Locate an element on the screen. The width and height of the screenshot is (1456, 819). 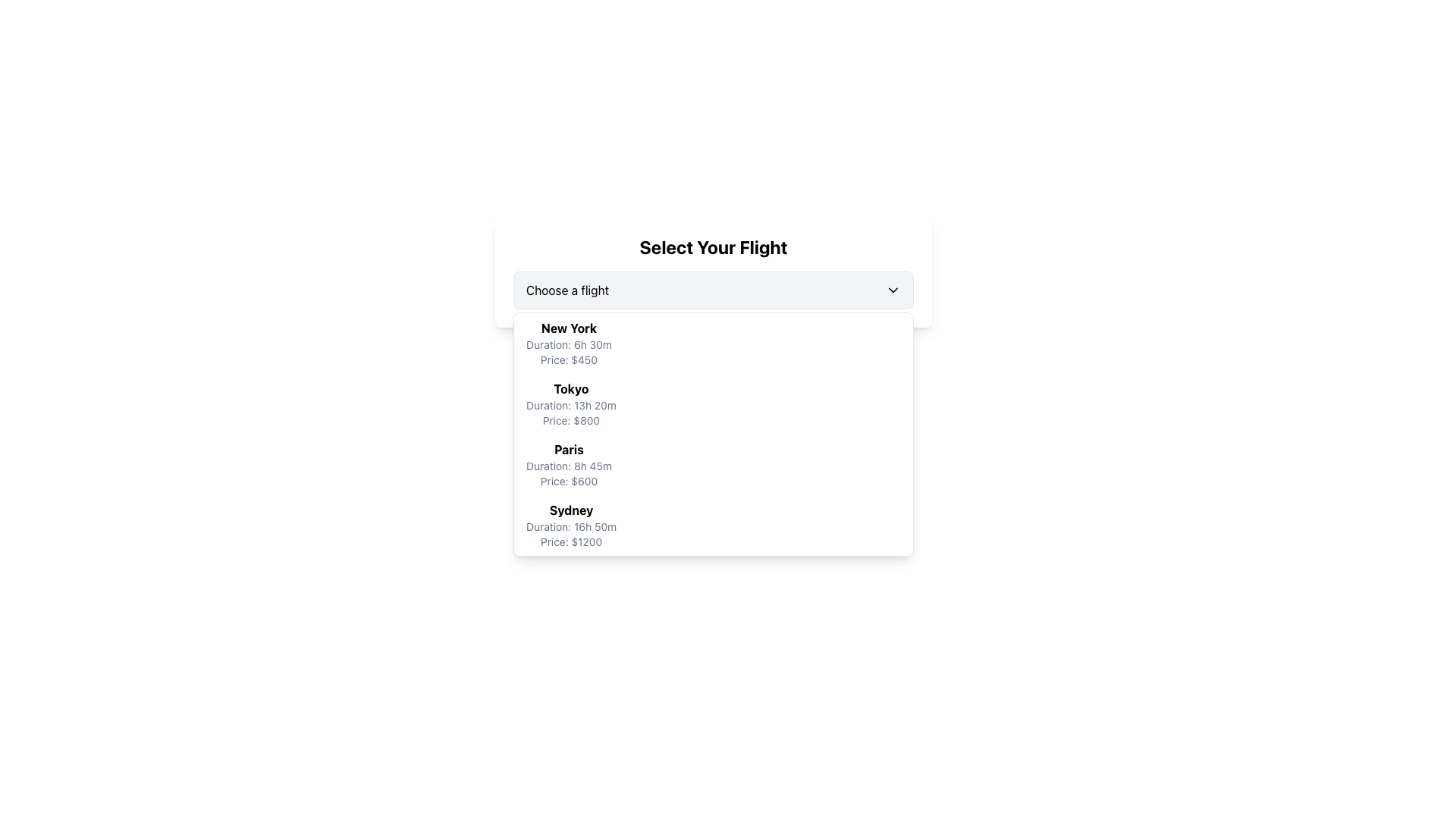
price information displayed in the text label showing 'Price: $450' under the flight duration in the dropdown list for the 'New York' flight option is located at coordinates (568, 359).